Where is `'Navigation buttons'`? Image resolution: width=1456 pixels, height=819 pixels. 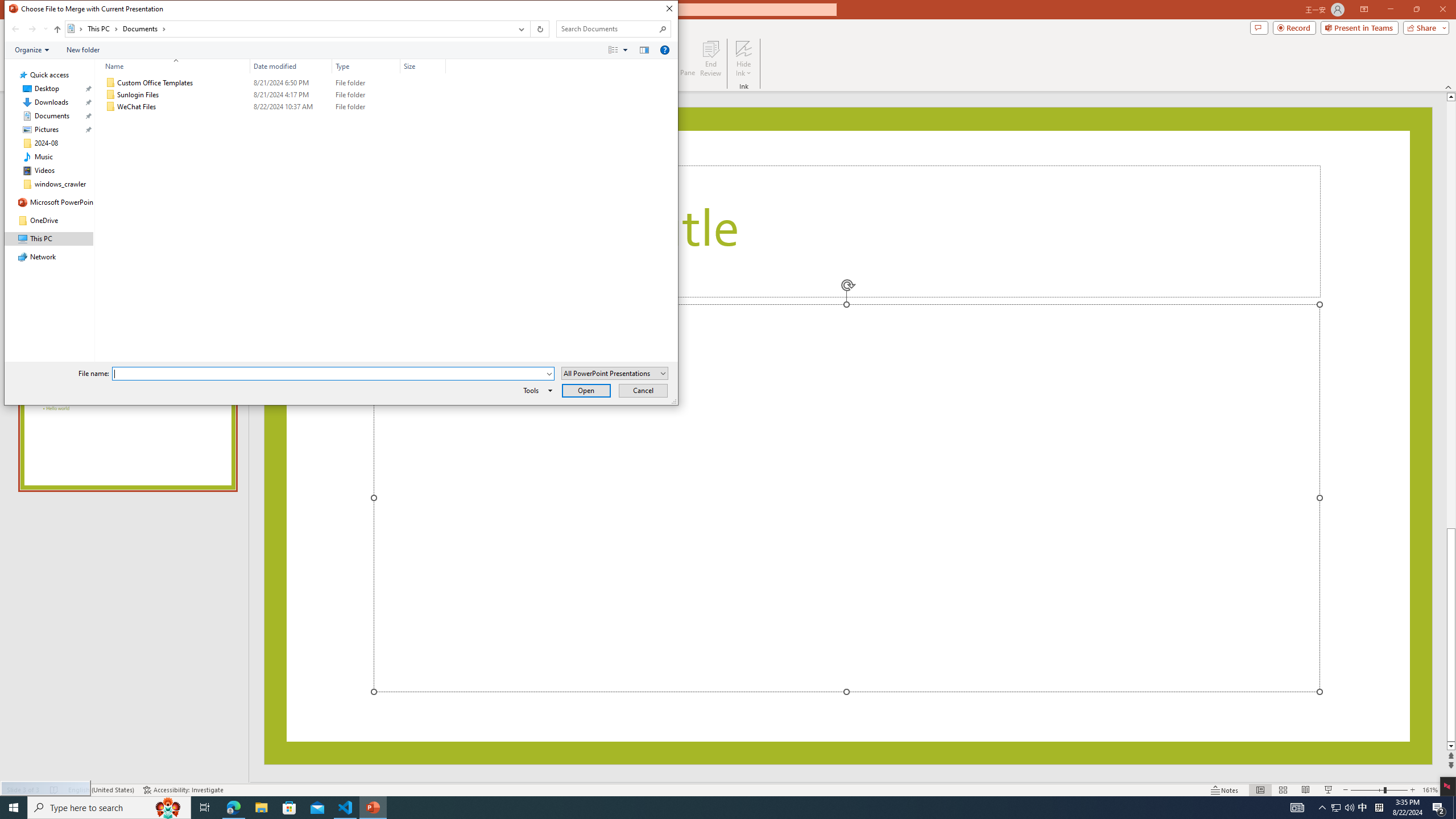
'Navigation buttons' is located at coordinates (28, 28).